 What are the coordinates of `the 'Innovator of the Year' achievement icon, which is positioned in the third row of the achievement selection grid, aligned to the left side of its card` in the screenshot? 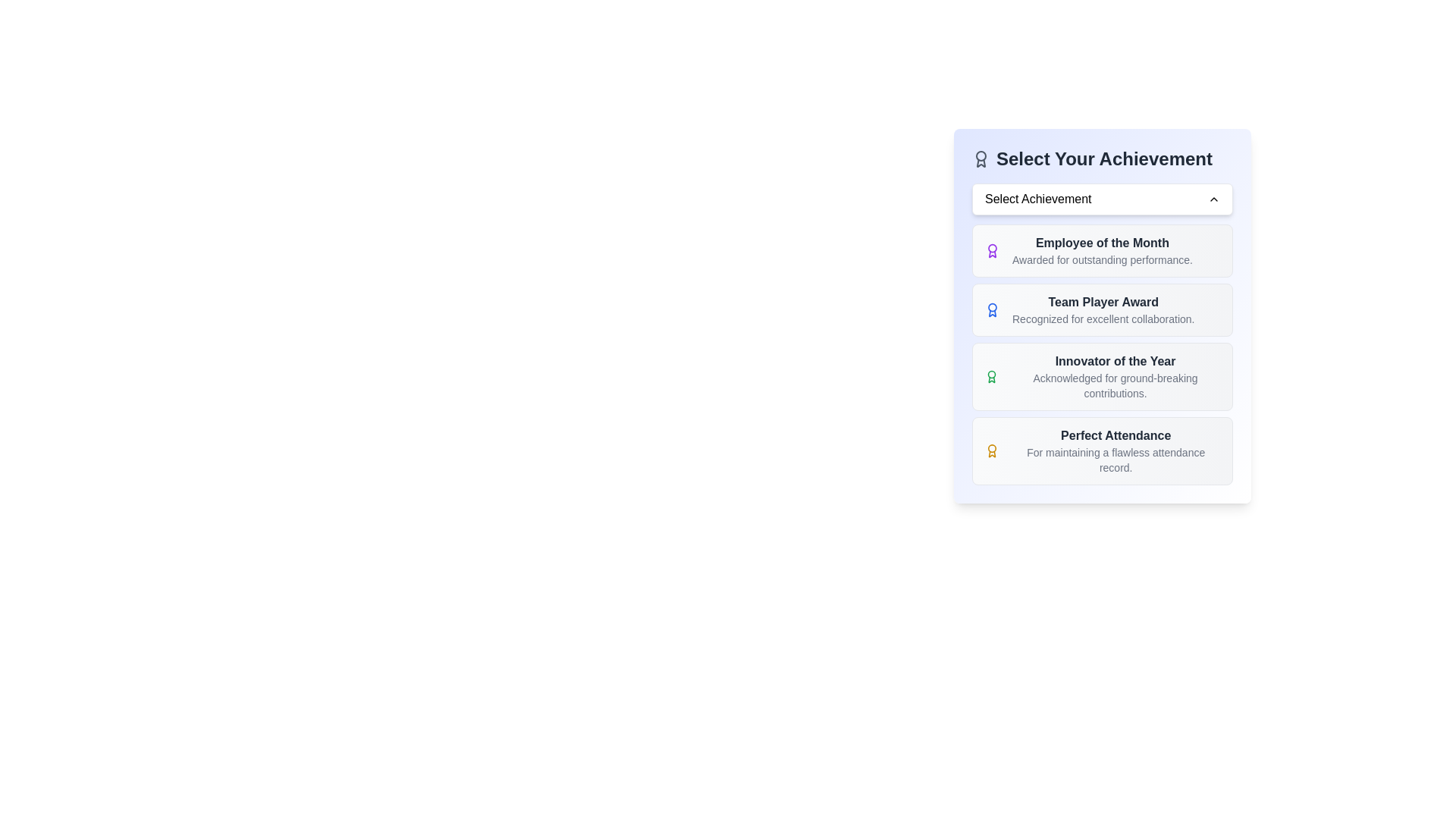 It's located at (992, 376).